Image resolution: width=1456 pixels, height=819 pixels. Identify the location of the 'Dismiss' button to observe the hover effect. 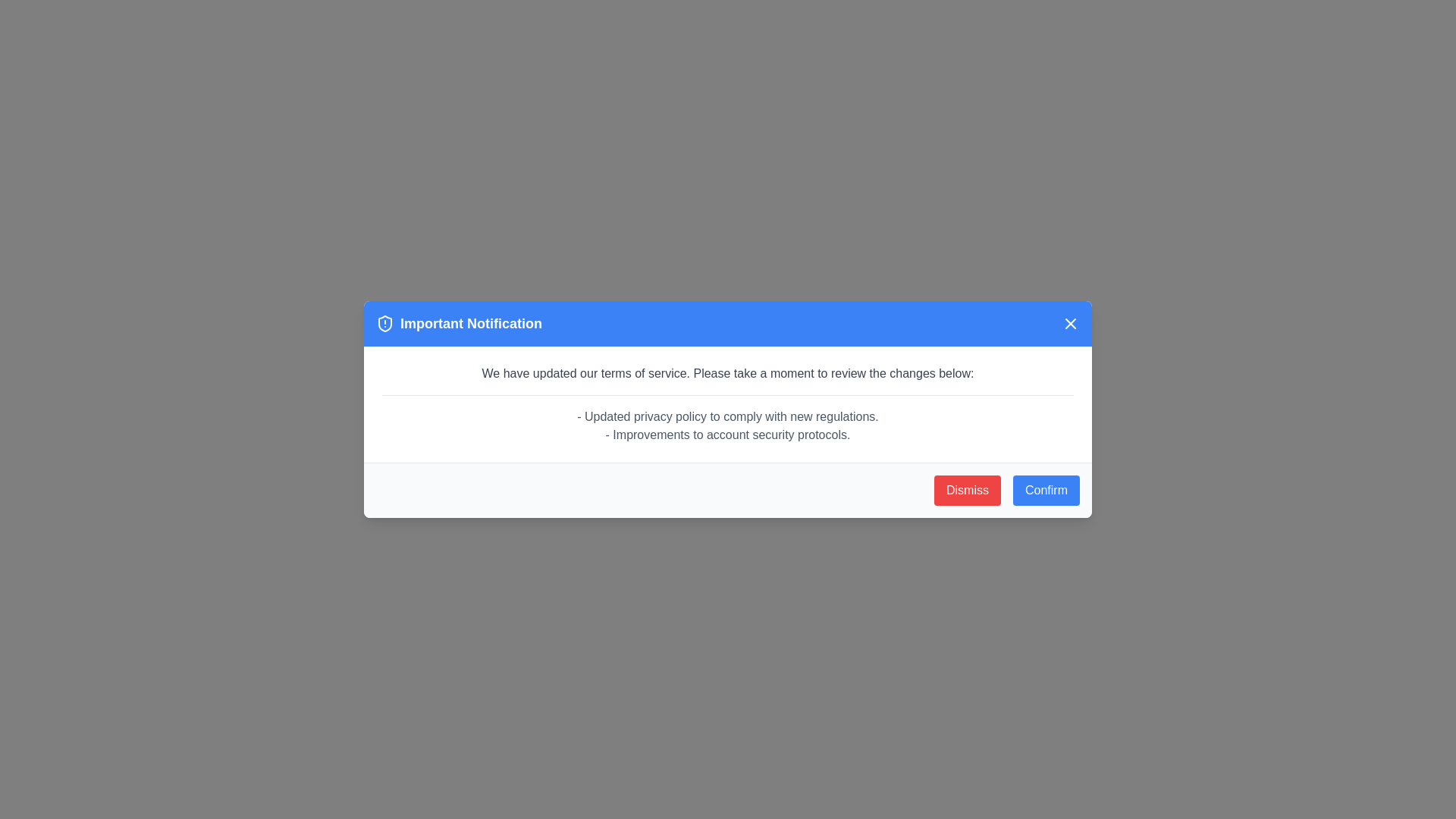
(967, 491).